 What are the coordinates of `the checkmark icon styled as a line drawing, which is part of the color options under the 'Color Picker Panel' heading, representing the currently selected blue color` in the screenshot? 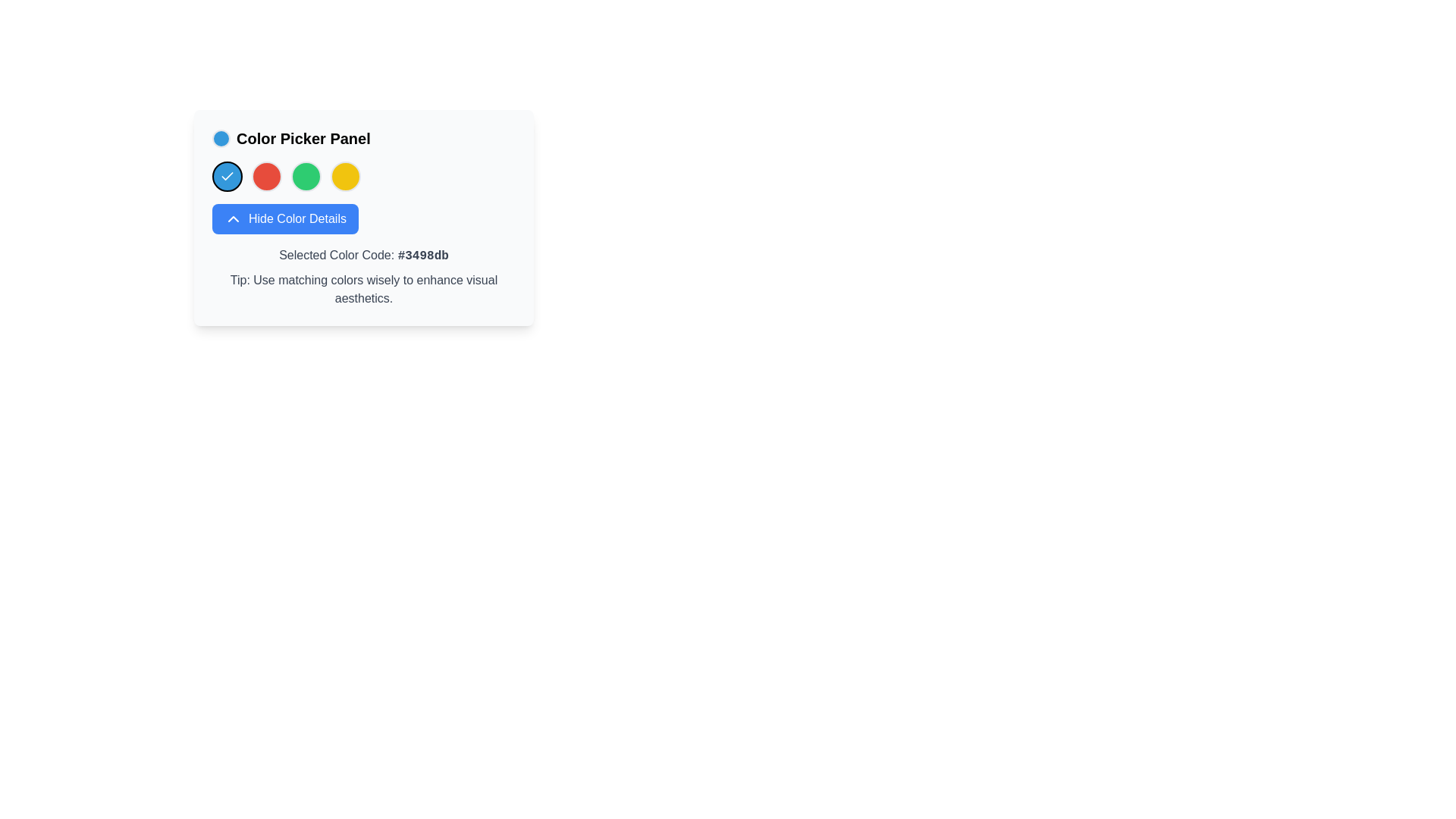 It's located at (226, 174).